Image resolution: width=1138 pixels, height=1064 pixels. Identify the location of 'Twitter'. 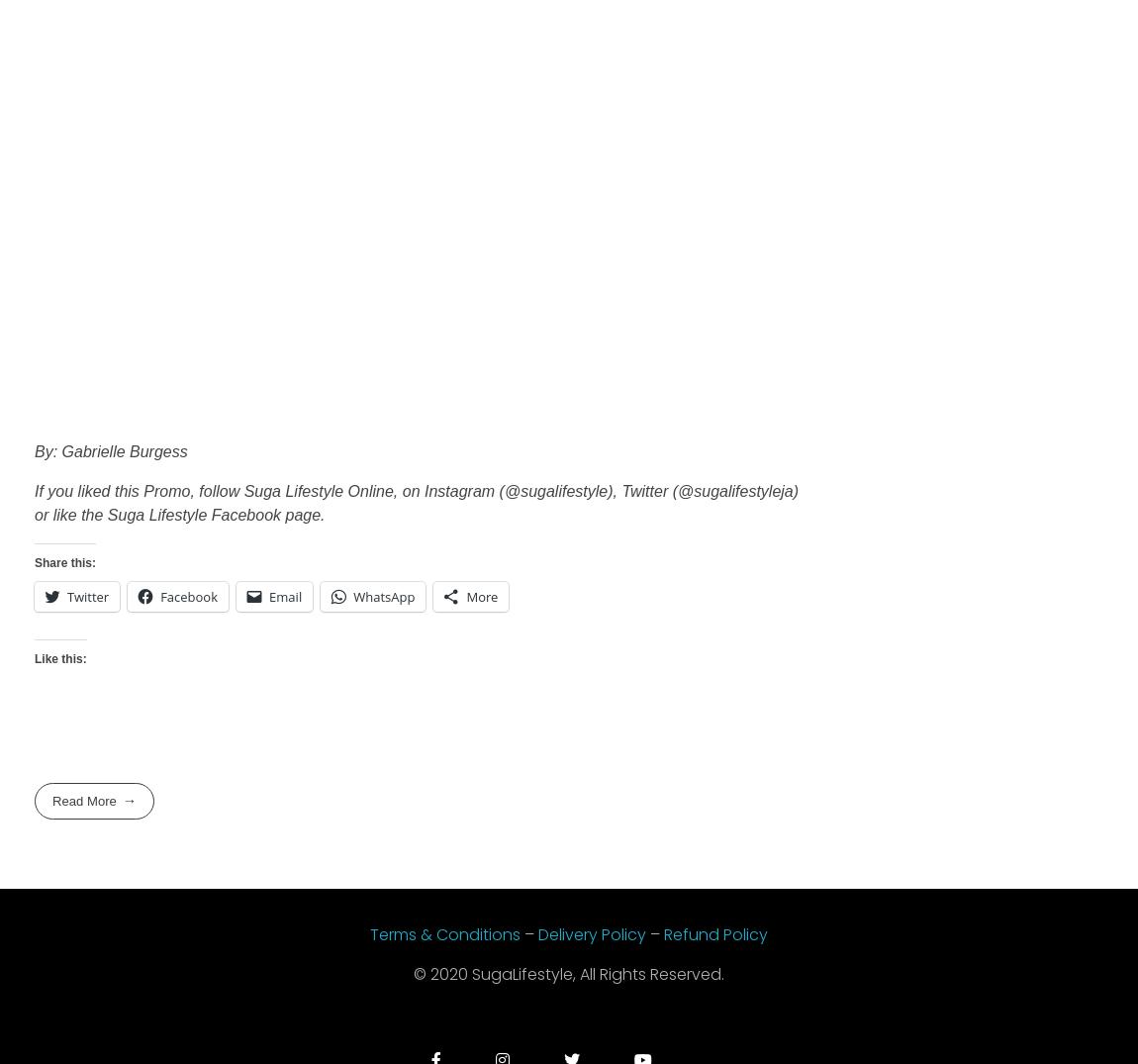
(87, 595).